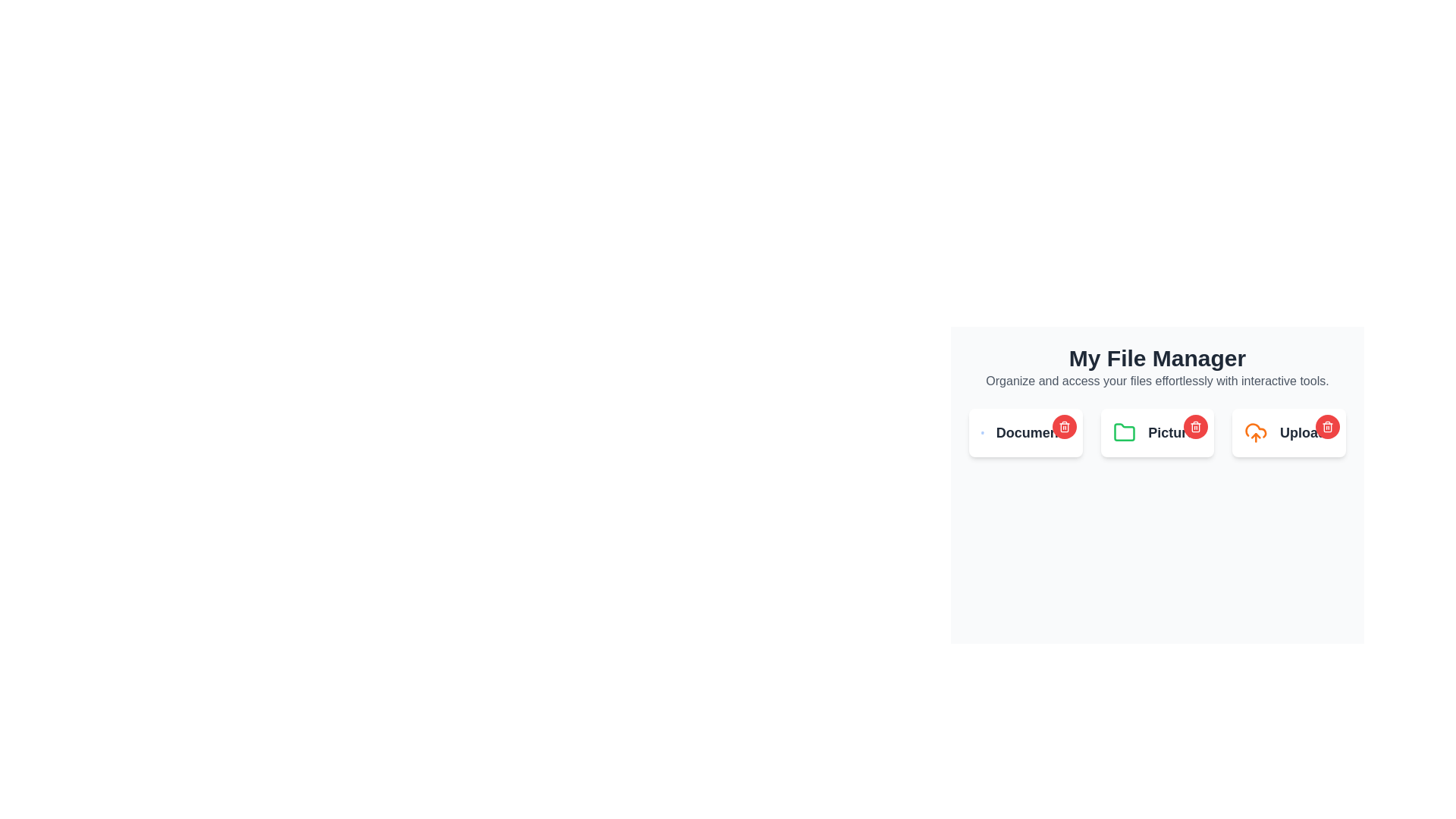 The image size is (1456, 819). What do you see at coordinates (1156, 432) in the screenshot?
I see `the 'Pictures' folder icon in the file manager interface` at bounding box center [1156, 432].